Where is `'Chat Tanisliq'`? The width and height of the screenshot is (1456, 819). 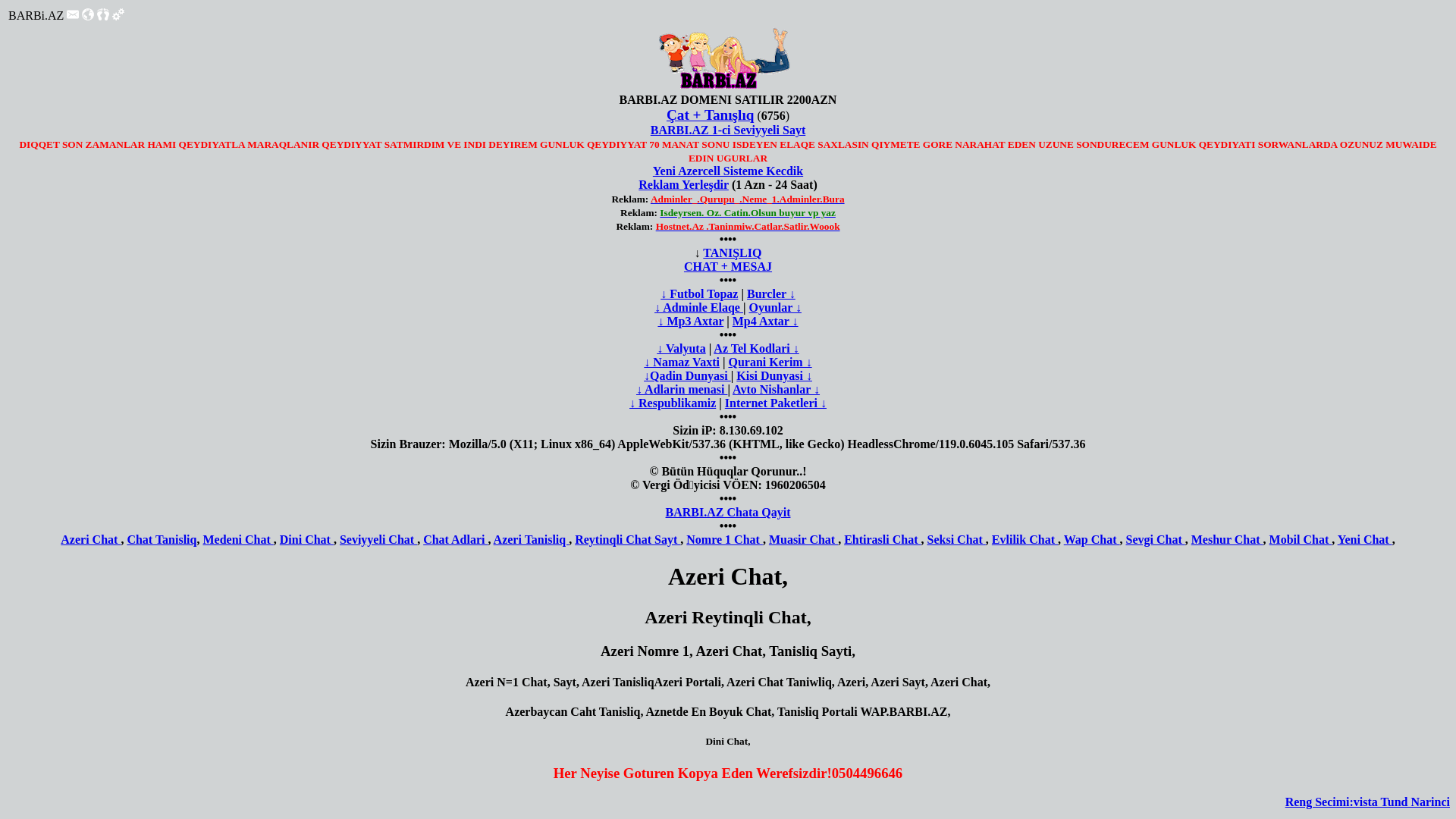
'Chat Tanisliq' is located at coordinates (161, 538).